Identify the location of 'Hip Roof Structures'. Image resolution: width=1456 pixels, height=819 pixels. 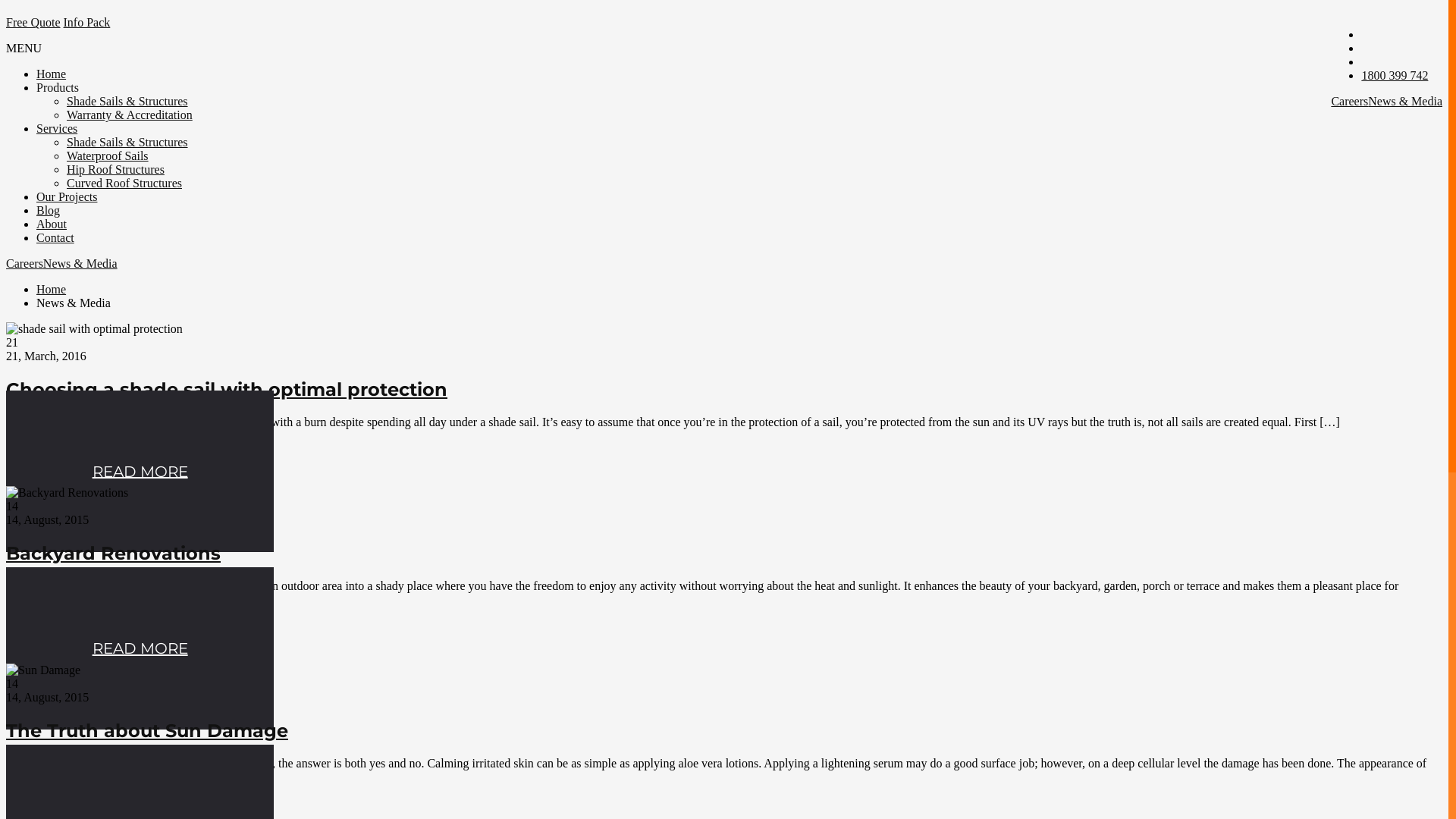
(115, 169).